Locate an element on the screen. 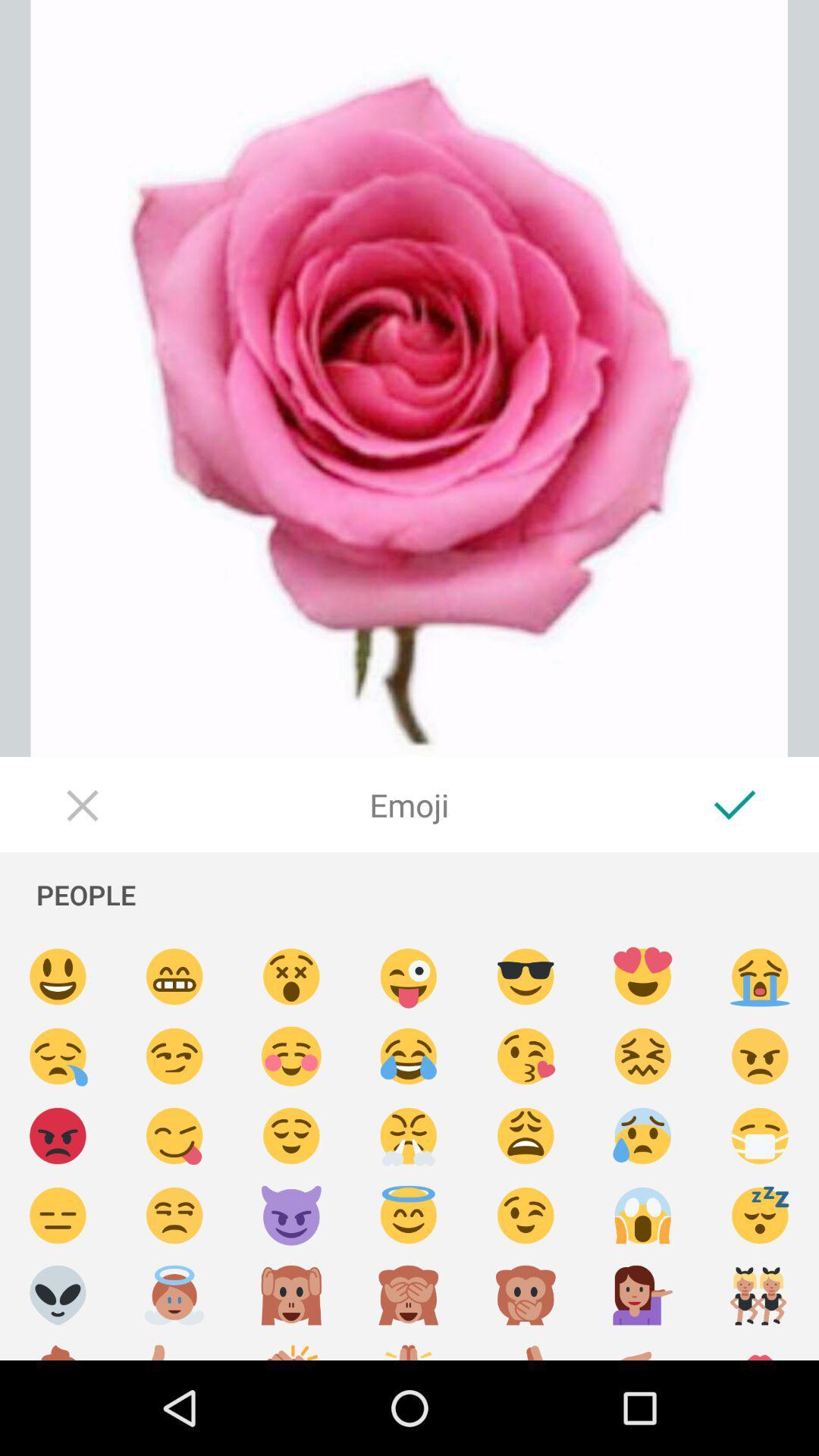 The width and height of the screenshot is (819, 1456). choose emoticon is located at coordinates (291, 1216).